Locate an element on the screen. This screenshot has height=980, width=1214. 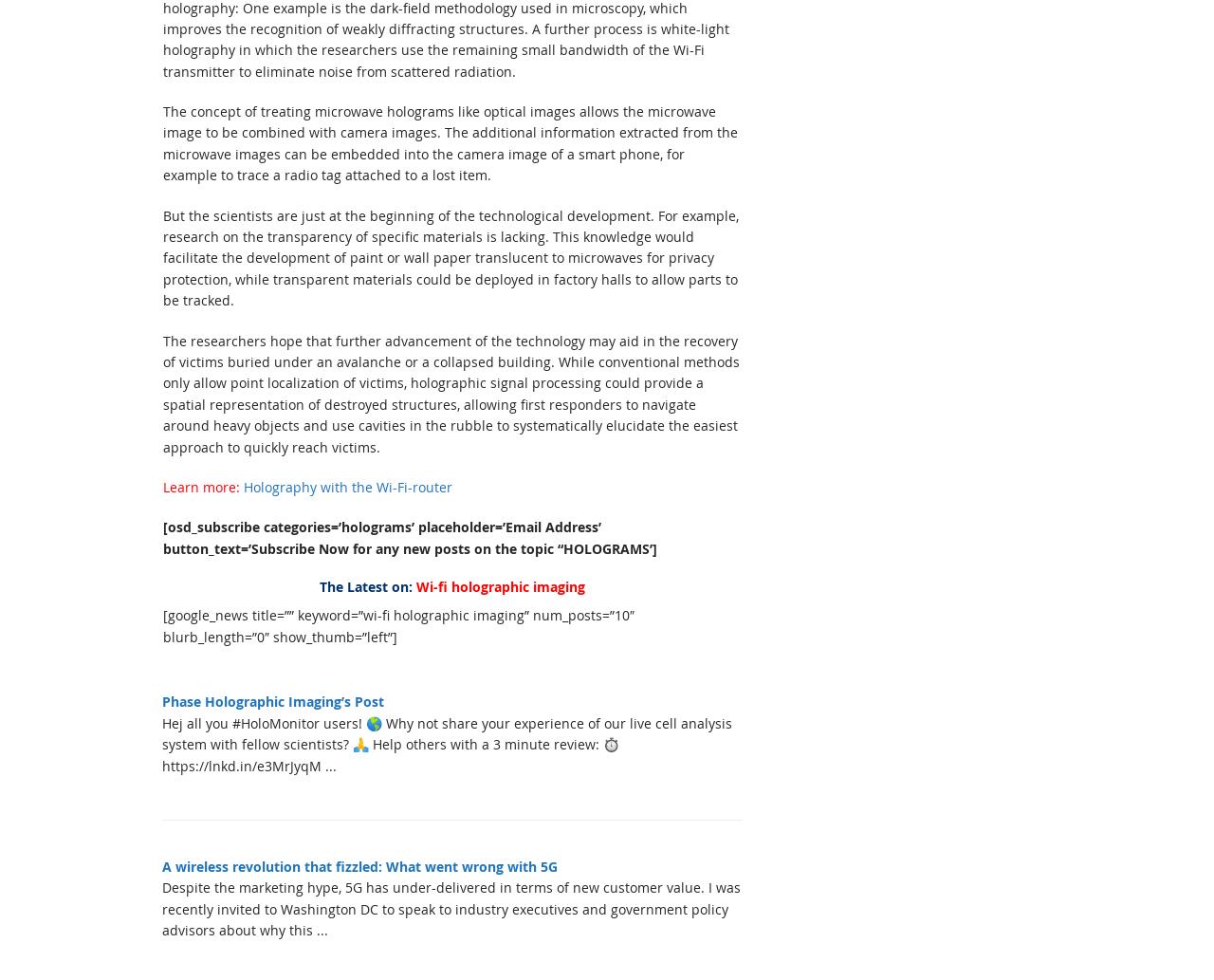
'Learn more:' is located at coordinates (201, 486).